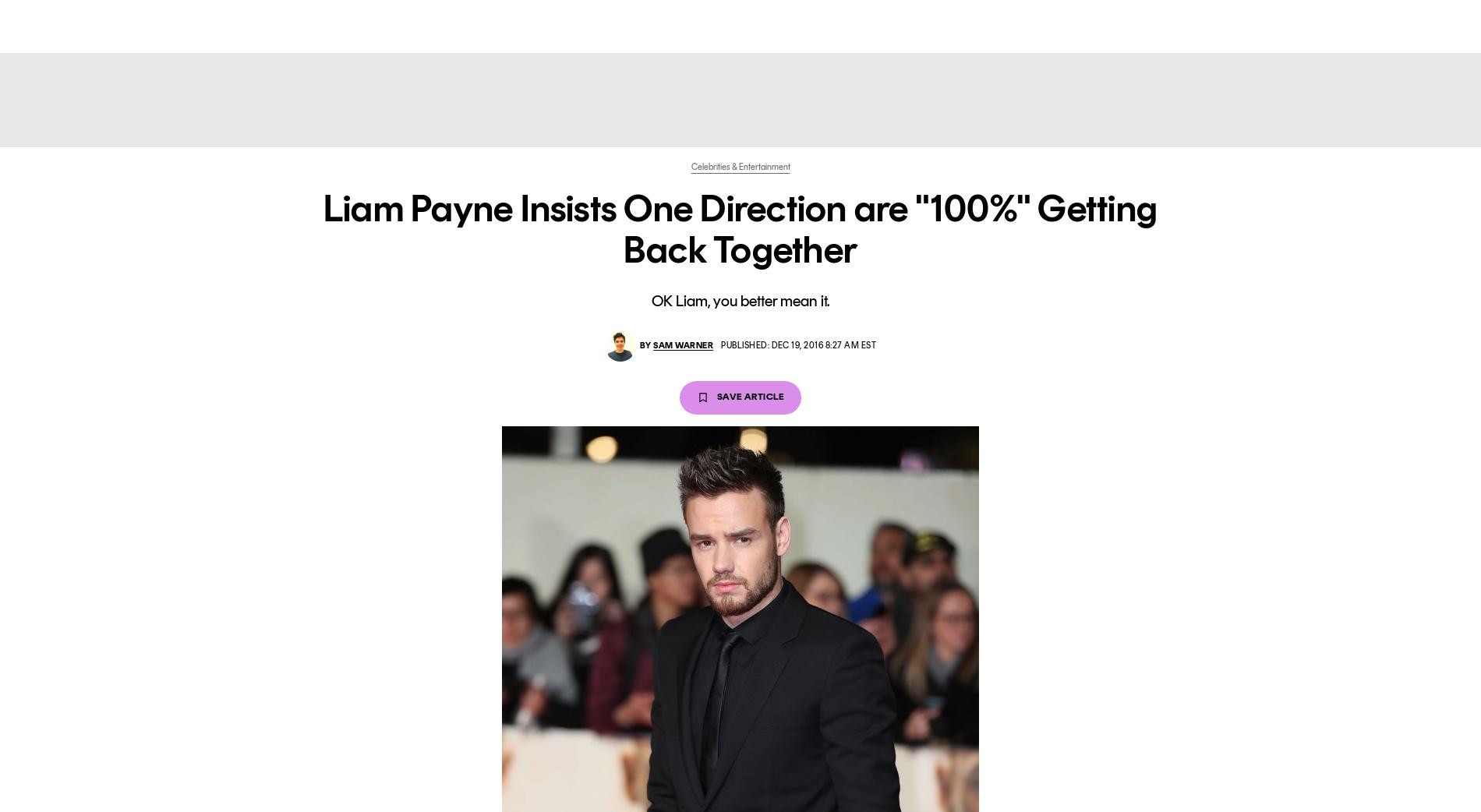 This screenshot has width=1481, height=812. What do you see at coordinates (582, 24) in the screenshot?
I see `'Style'` at bounding box center [582, 24].